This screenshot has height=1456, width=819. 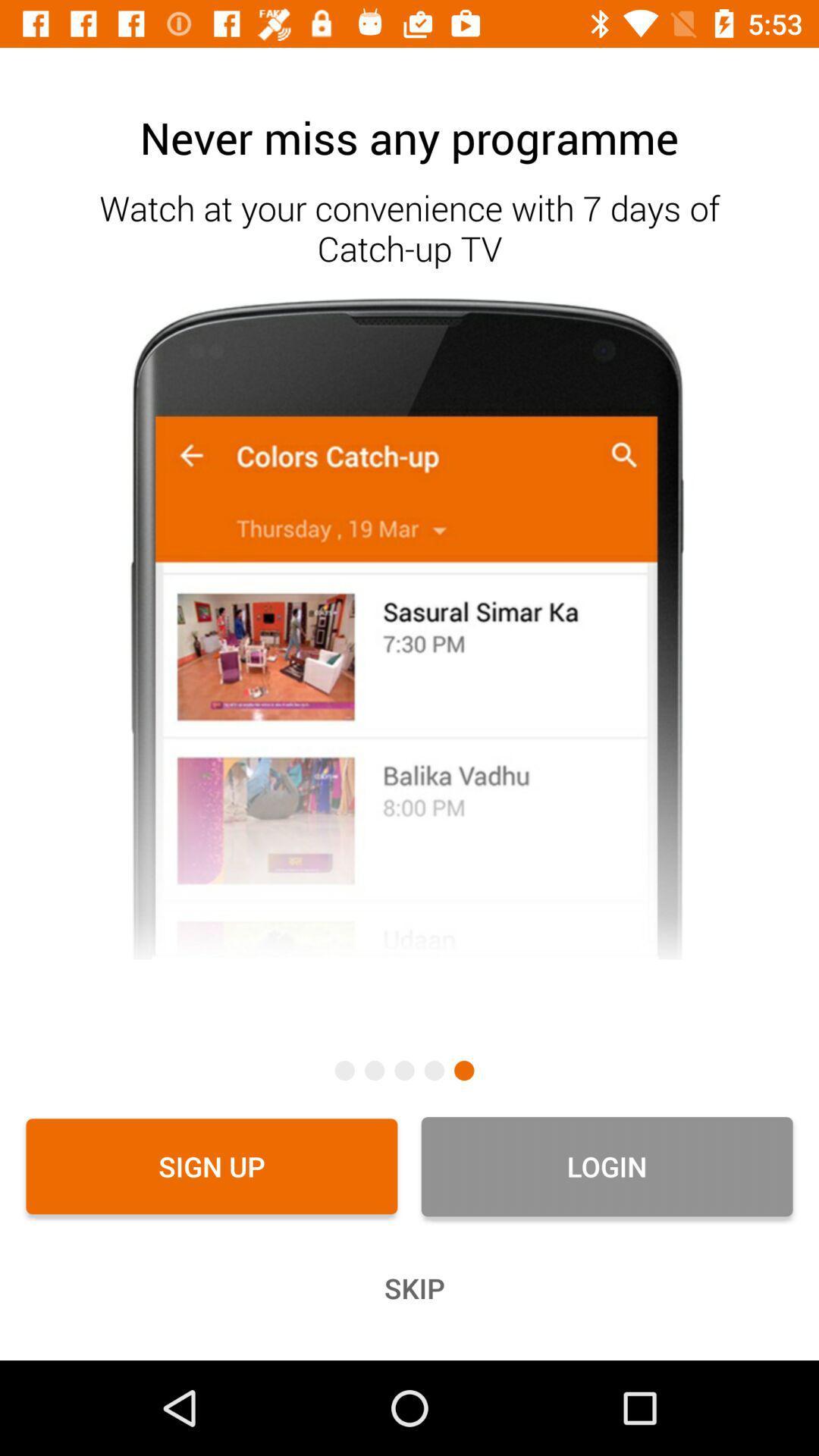 I want to click on icon to the right of the sign up icon, so click(x=606, y=1166).